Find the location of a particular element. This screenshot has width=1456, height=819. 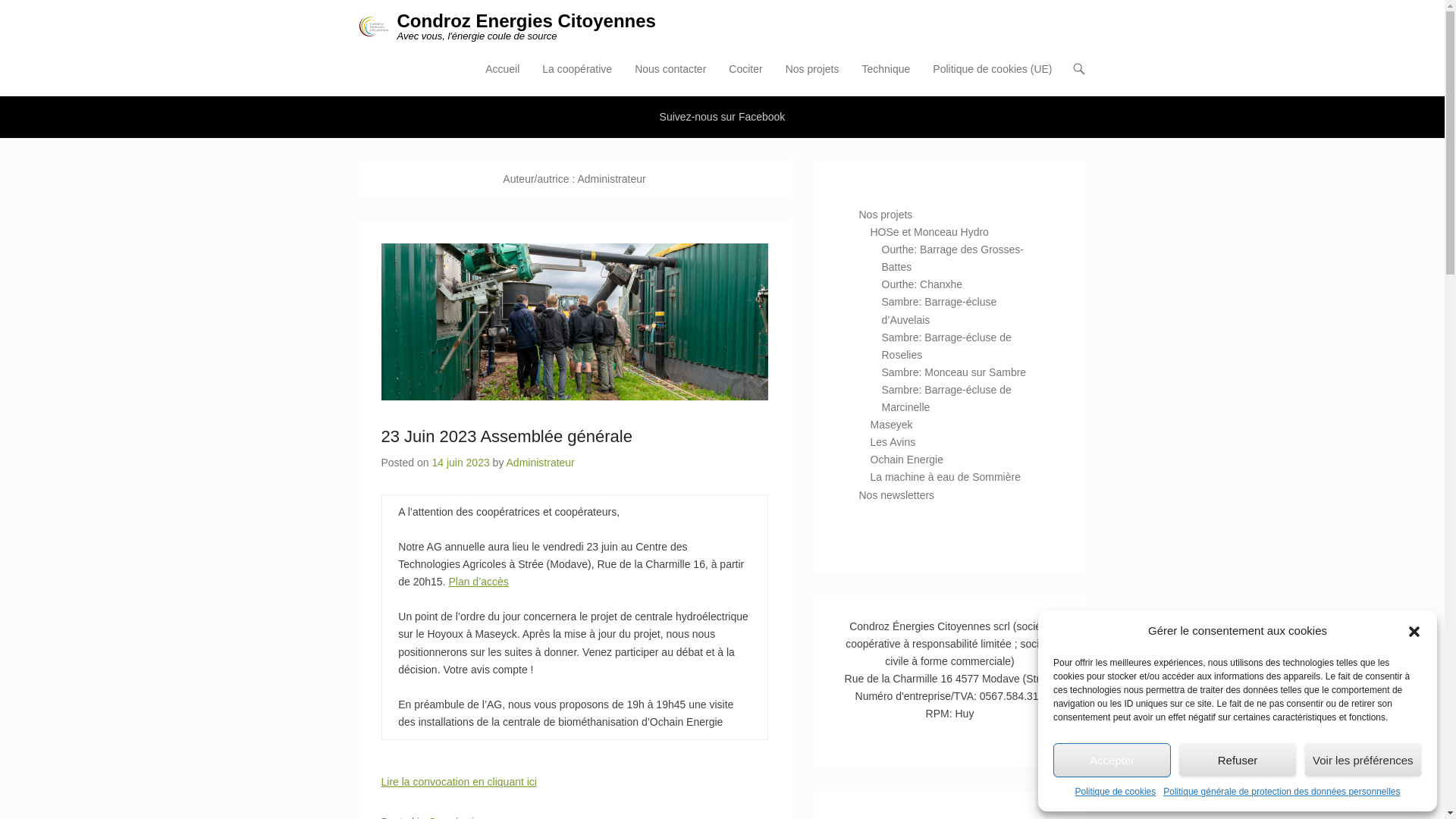

'Maseyek' is located at coordinates (892, 424).